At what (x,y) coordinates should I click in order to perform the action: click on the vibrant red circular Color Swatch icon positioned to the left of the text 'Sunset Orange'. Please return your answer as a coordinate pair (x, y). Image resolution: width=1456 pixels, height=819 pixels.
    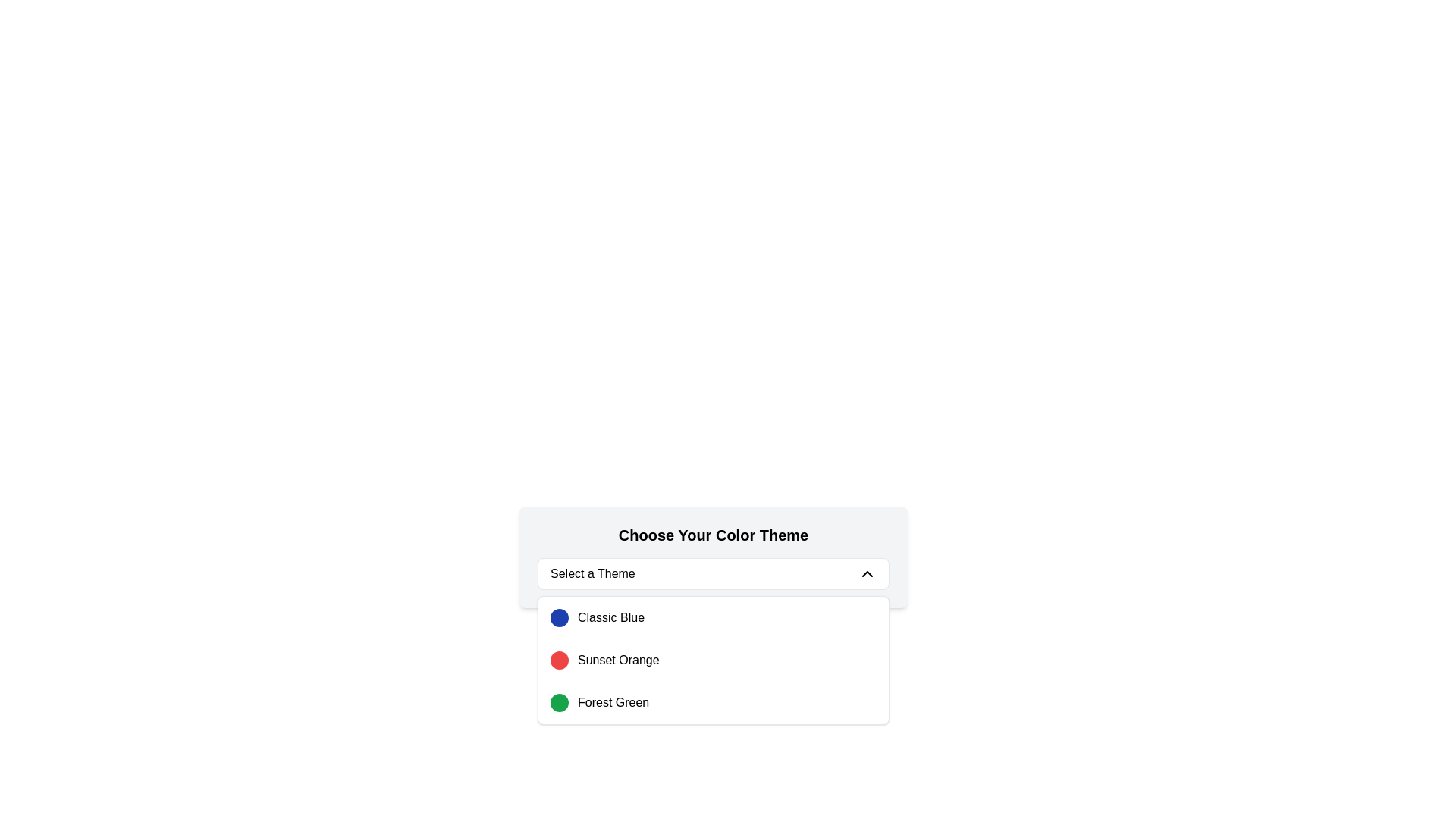
    Looking at the image, I should click on (559, 660).